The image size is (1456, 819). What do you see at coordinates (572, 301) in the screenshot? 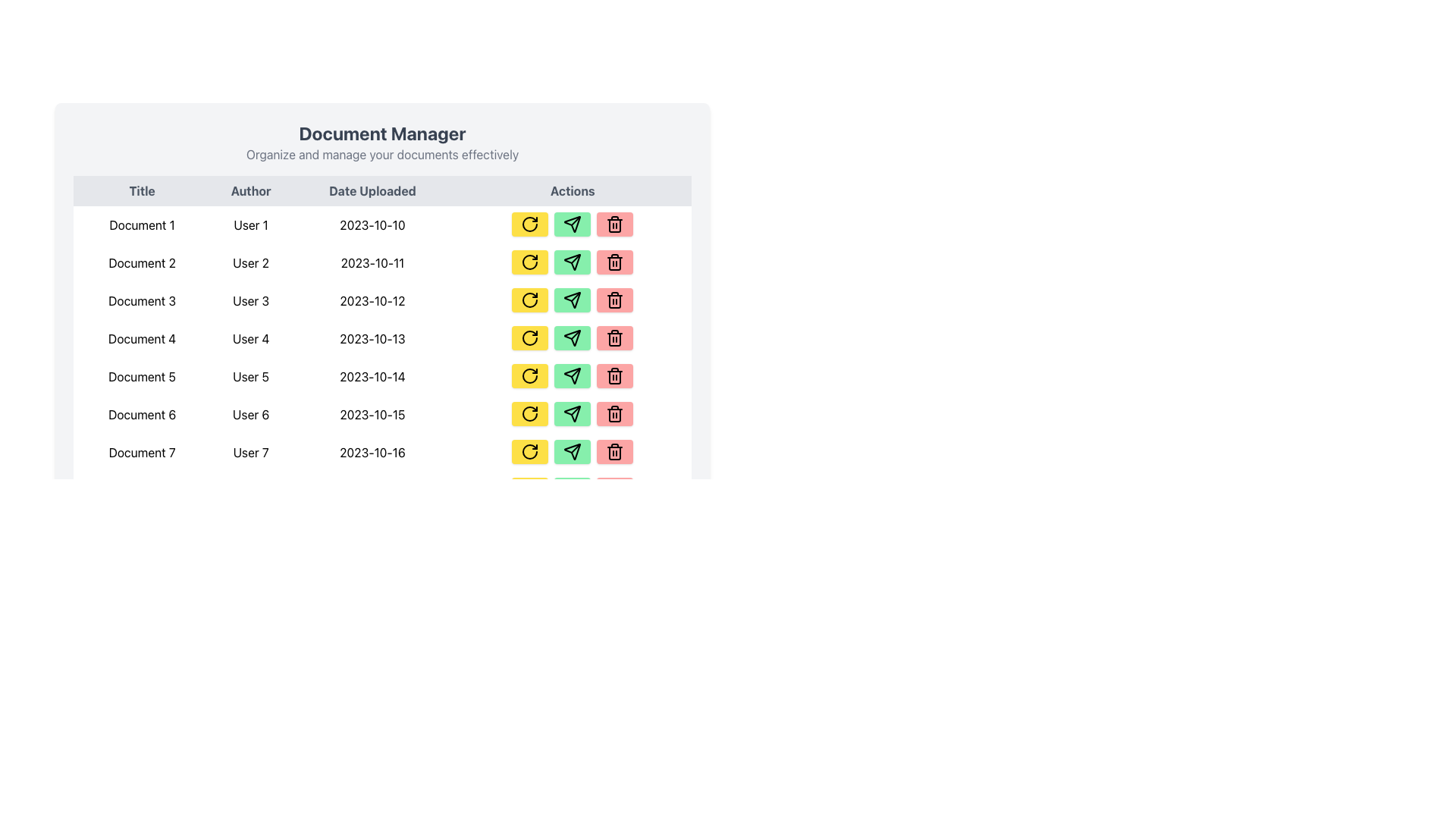
I see `the green rectangular button with rounded corners, featuring a paper airplane icon, located in the 'Actions' column next to 'Document 3'` at bounding box center [572, 301].